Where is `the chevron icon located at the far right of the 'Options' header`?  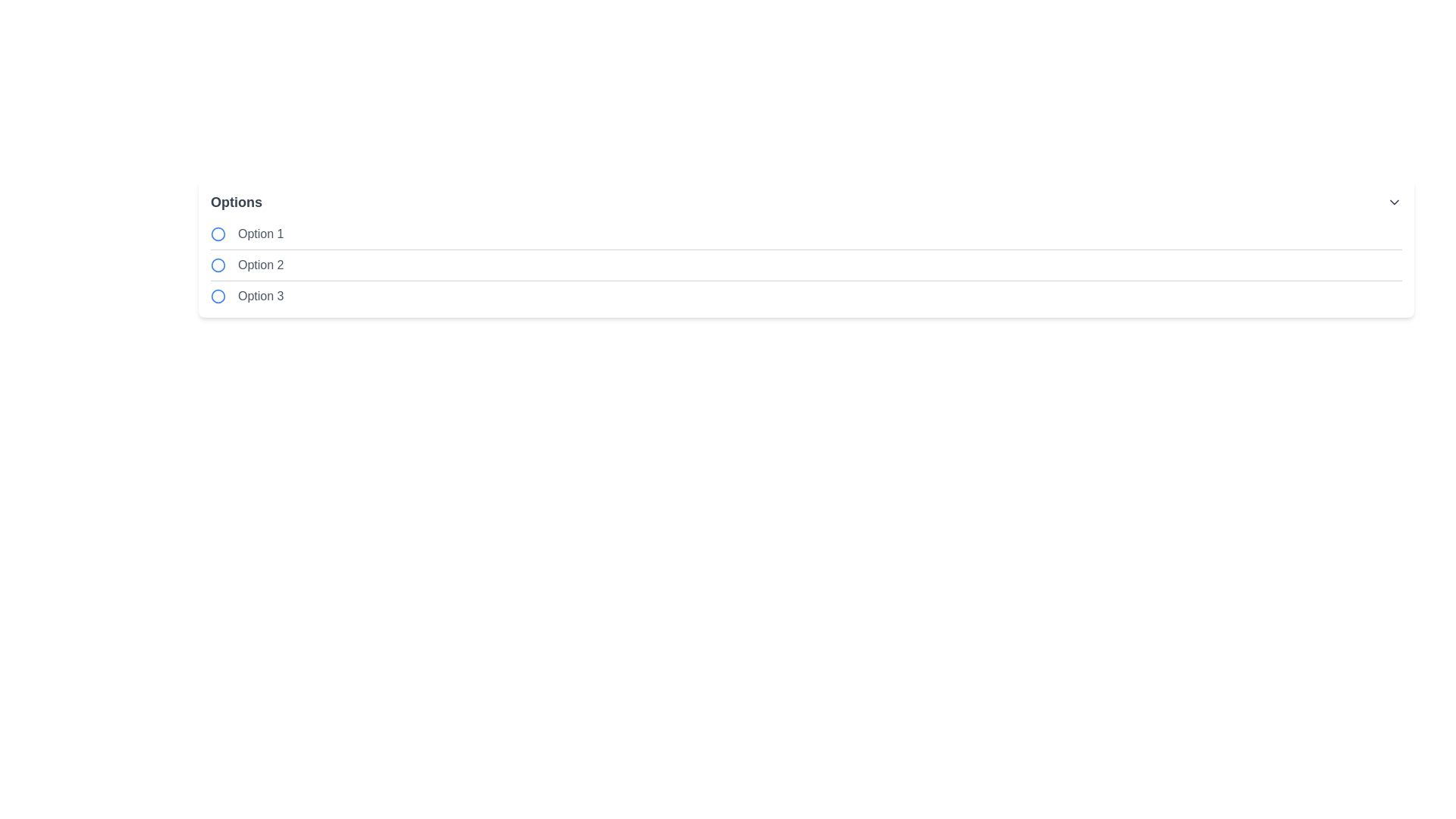 the chevron icon located at the far right of the 'Options' header is located at coordinates (1394, 201).